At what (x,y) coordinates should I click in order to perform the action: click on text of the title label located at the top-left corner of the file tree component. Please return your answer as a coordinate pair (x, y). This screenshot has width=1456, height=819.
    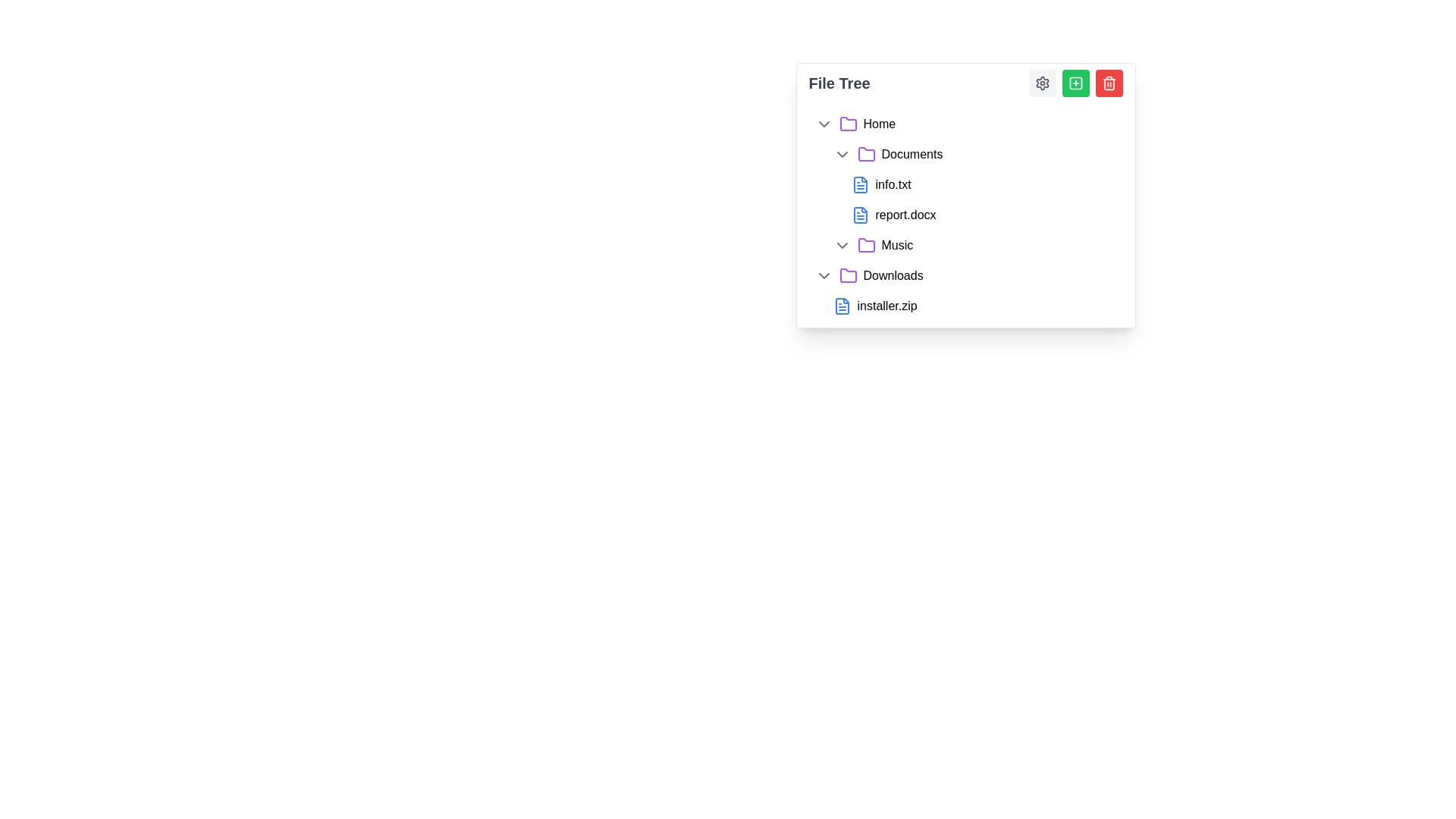
    Looking at the image, I should click on (839, 83).